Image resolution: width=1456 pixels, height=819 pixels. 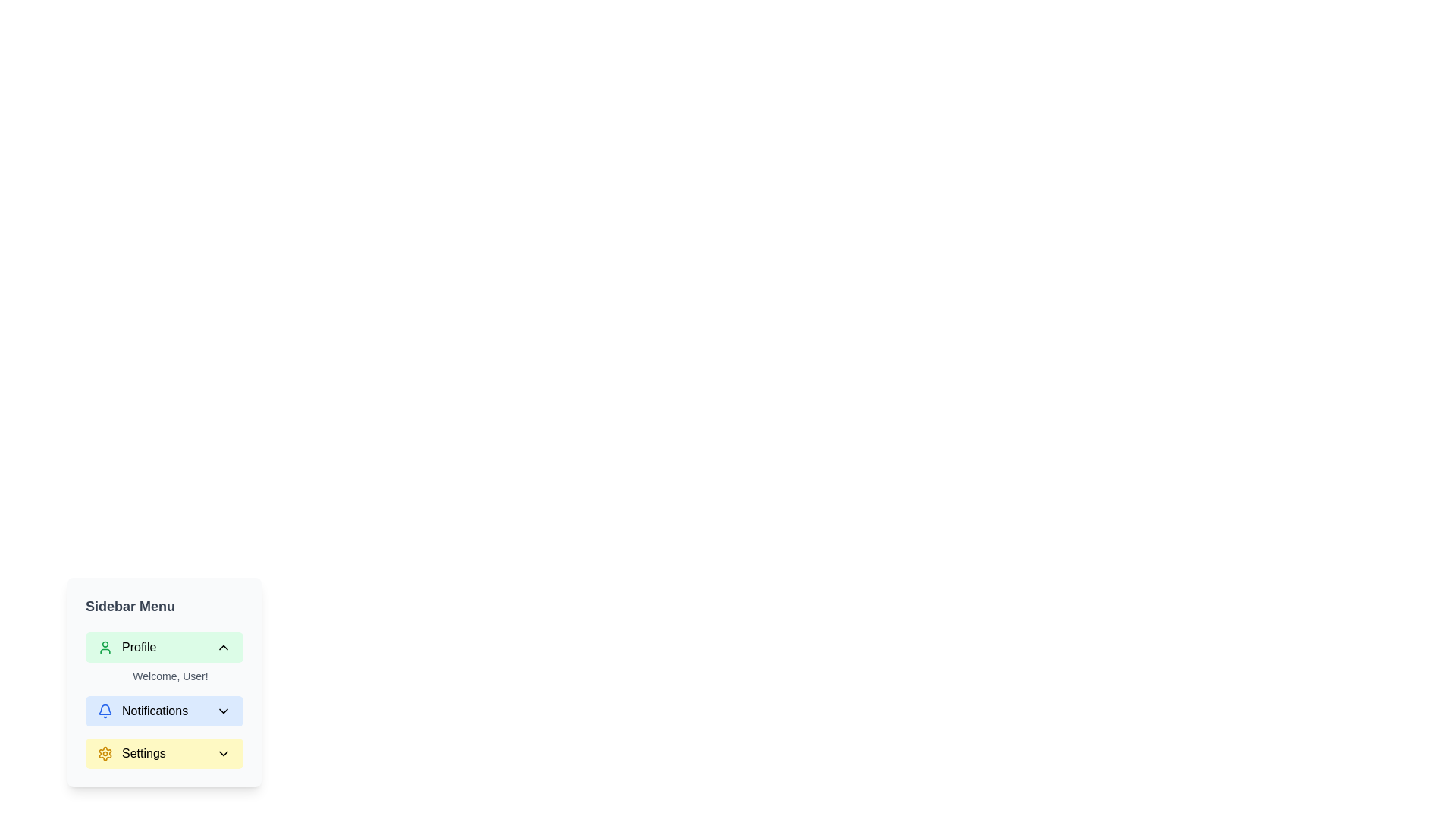 What do you see at coordinates (130, 605) in the screenshot?
I see `the Label that serves as a section title for the menu options, located at the top of the vertical menu section` at bounding box center [130, 605].